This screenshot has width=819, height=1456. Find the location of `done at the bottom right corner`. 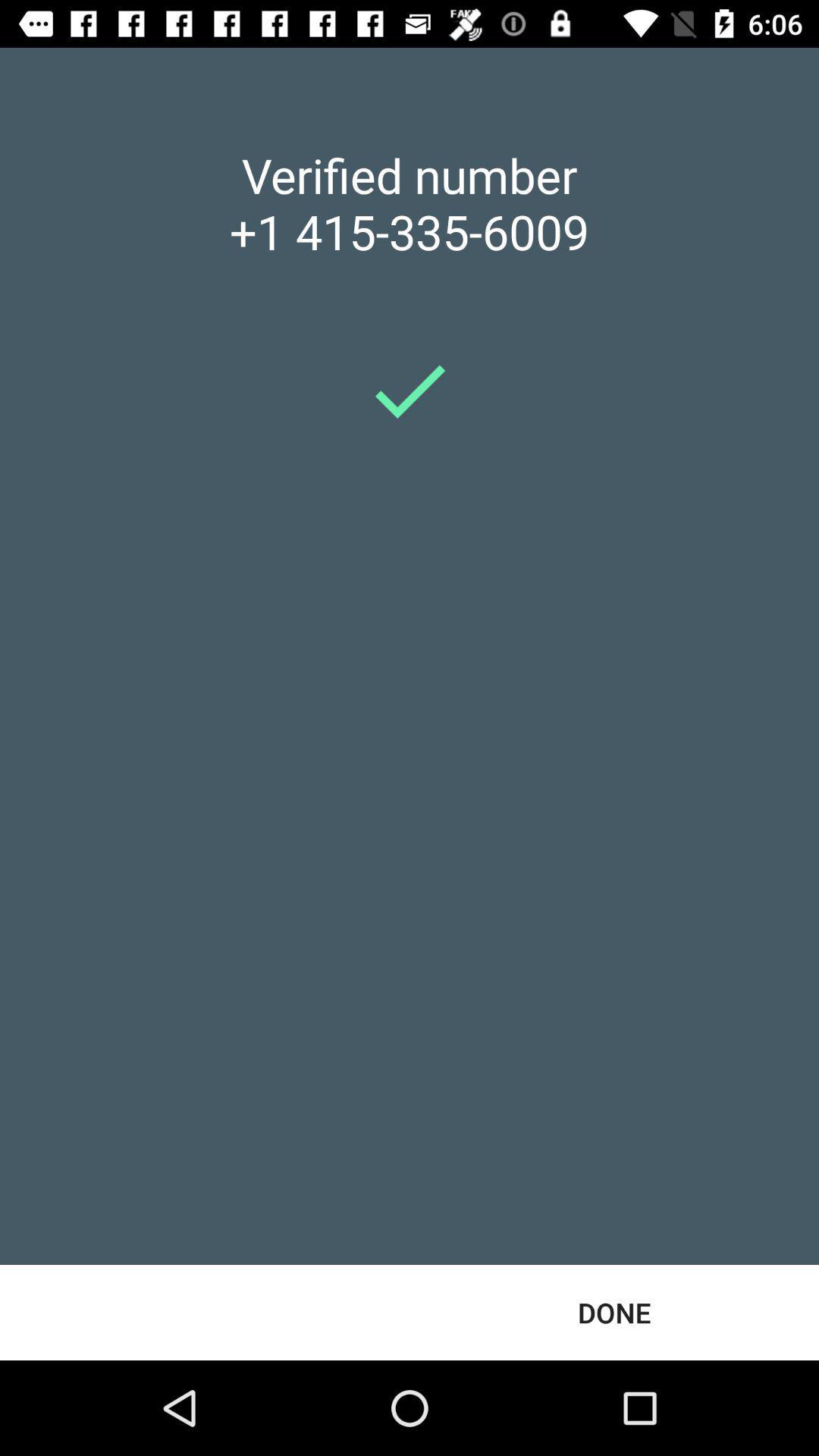

done at the bottom right corner is located at coordinates (614, 1312).